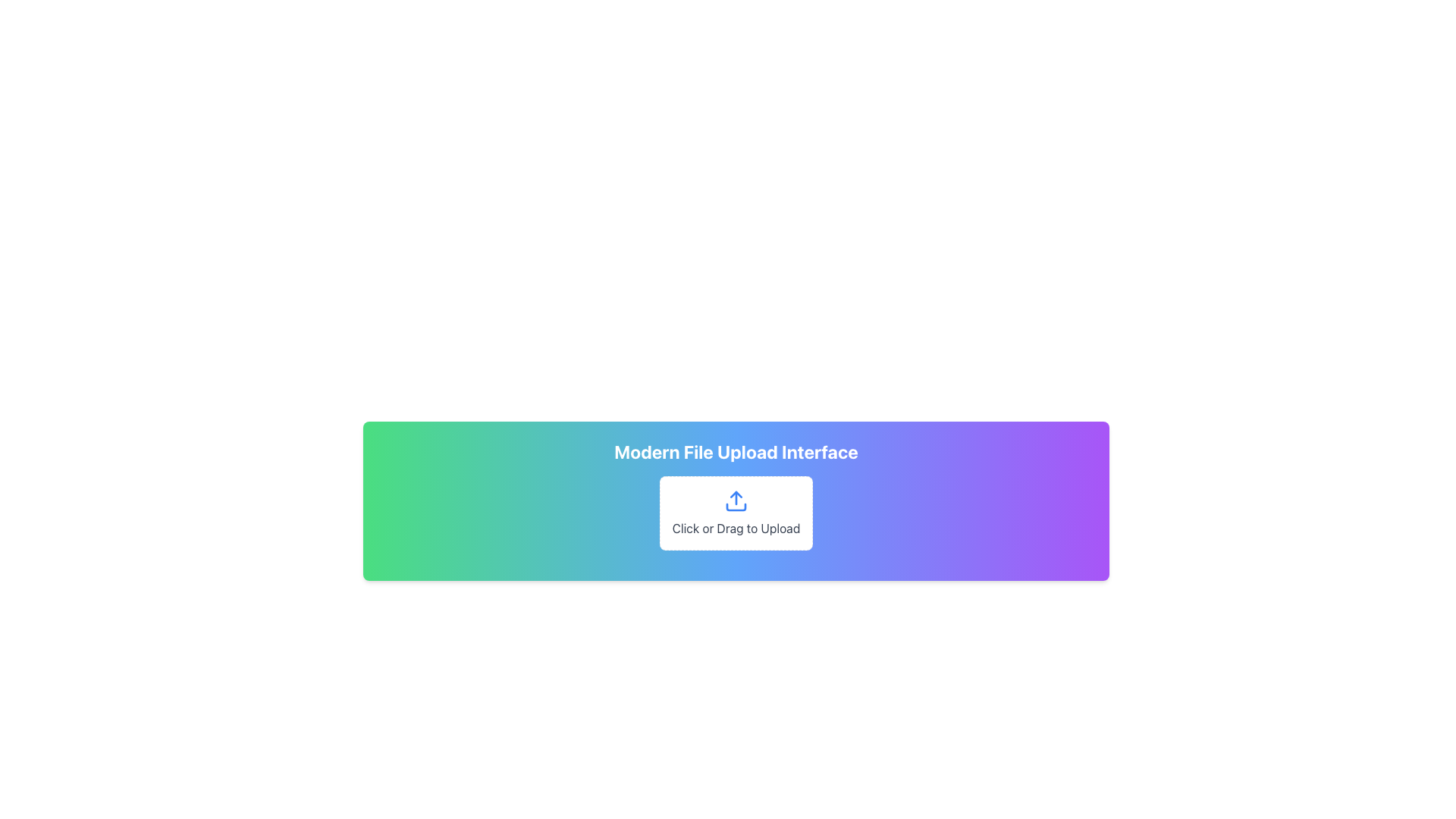 The height and width of the screenshot is (819, 1456). What do you see at coordinates (736, 528) in the screenshot?
I see `instructions displayed on the text label that reads 'Click or Drag to Upload', which is centrally located beneath the upload icon` at bounding box center [736, 528].